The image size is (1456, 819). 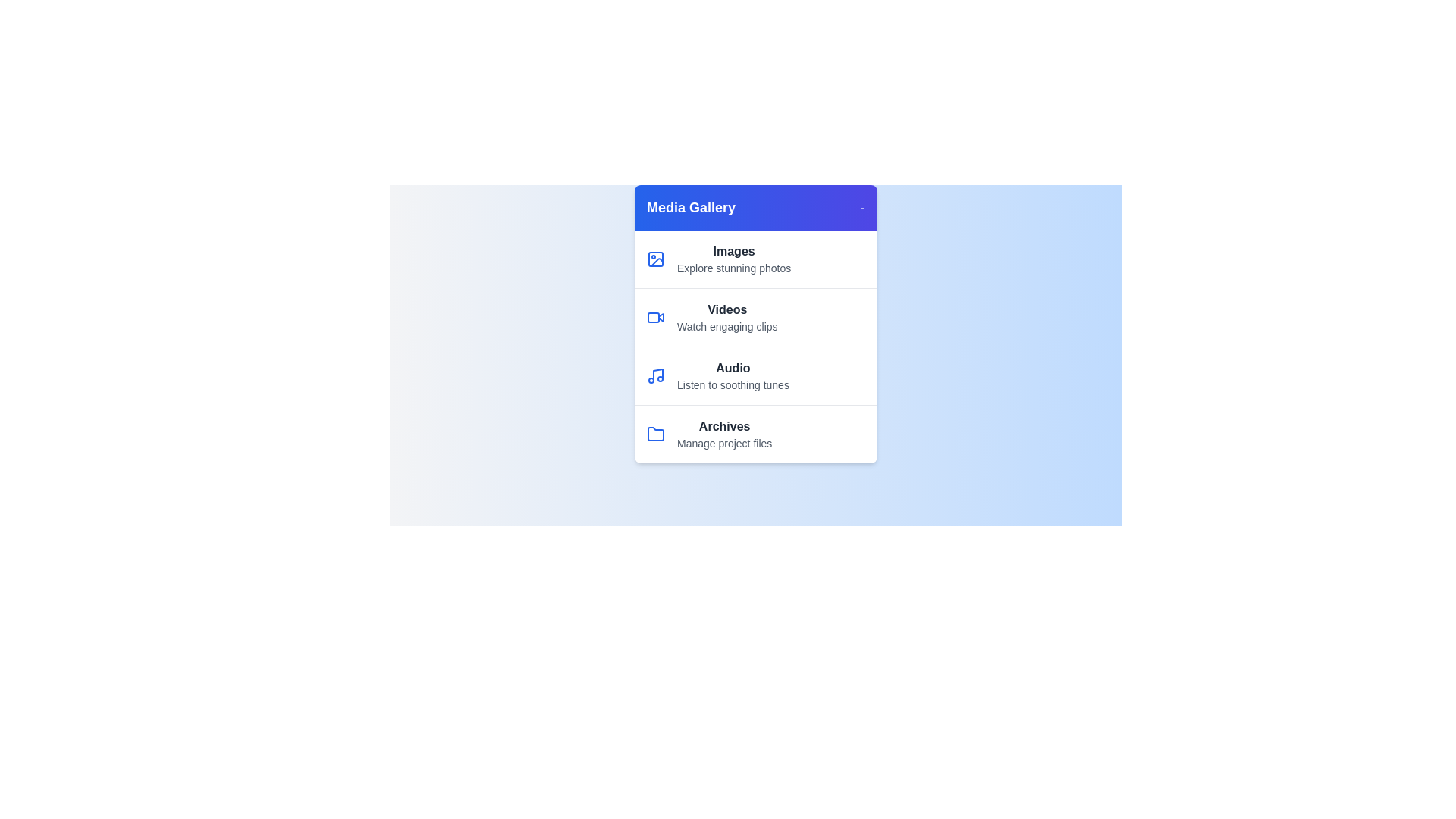 I want to click on the media category item labeled 'Audio' to observe hover effects, so click(x=756, y=375).